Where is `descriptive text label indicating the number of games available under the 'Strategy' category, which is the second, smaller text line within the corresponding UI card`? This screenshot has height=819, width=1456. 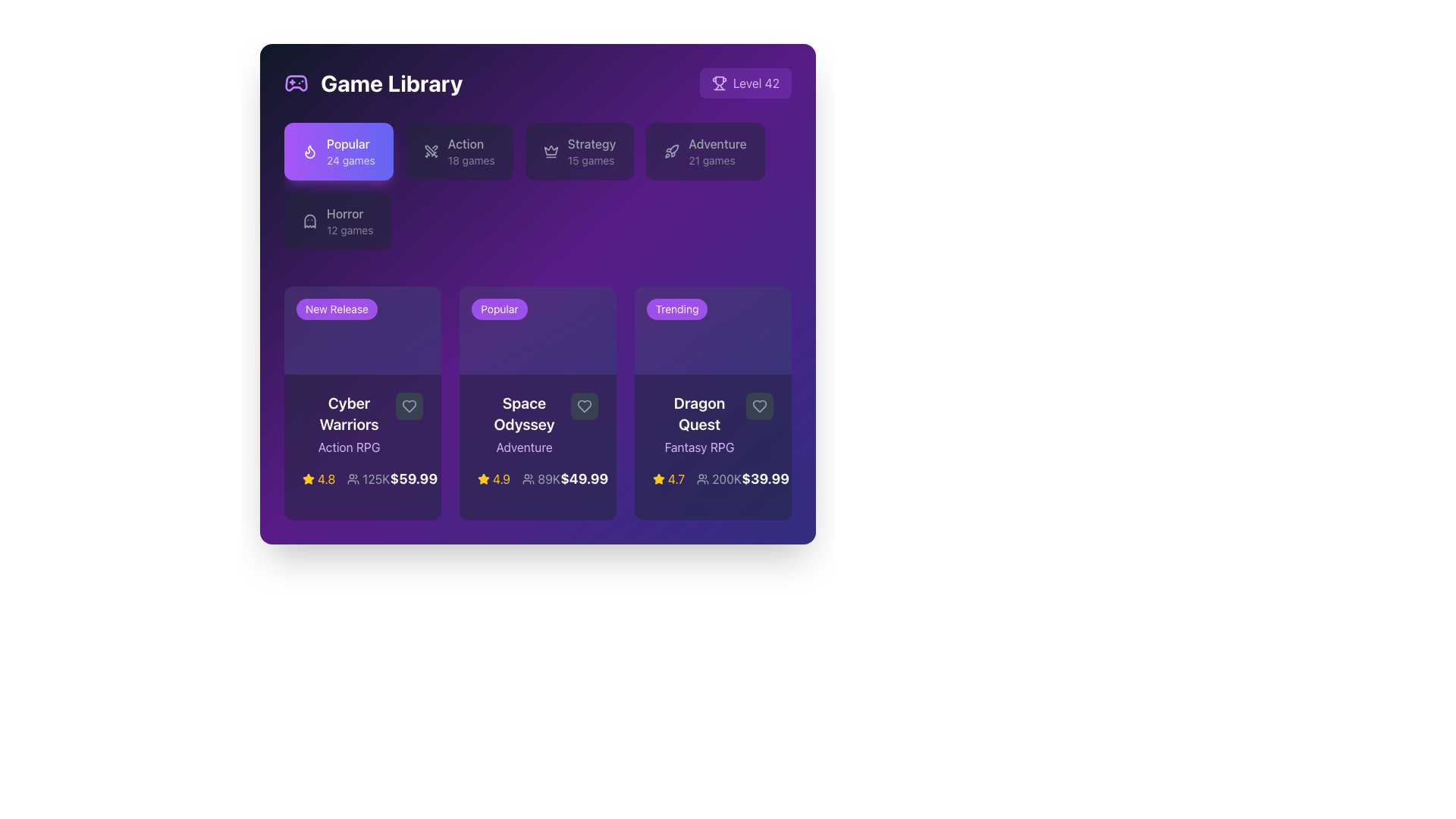 descriptive text label indicating the number of games available under the 'Strategy' category, which is the second, smaller text line within the corresponding UI card is located at coordinates (591, 161).